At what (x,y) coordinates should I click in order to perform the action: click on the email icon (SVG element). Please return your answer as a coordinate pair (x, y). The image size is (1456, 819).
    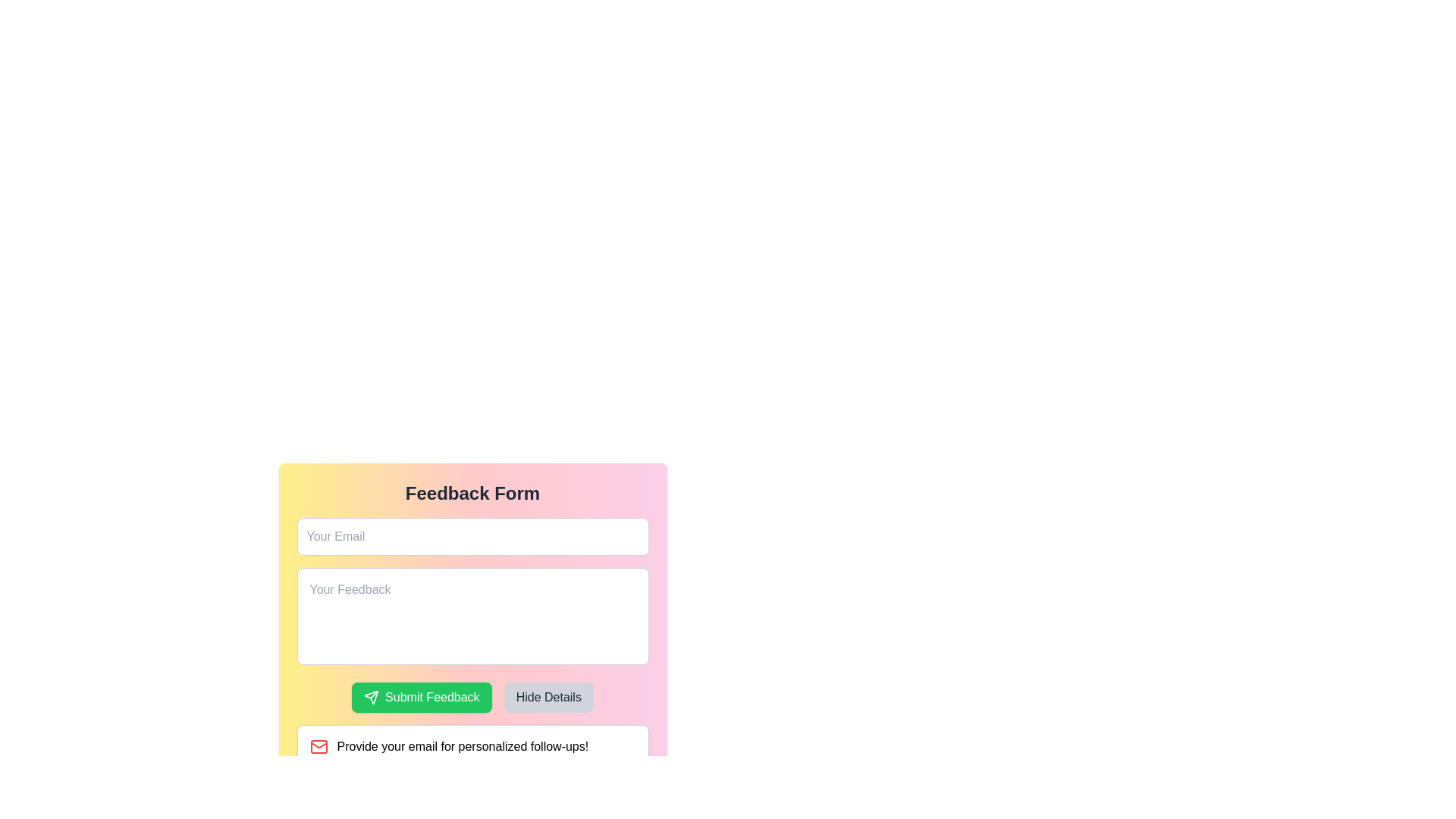
    Looking at the image, I should click on (318, 745).